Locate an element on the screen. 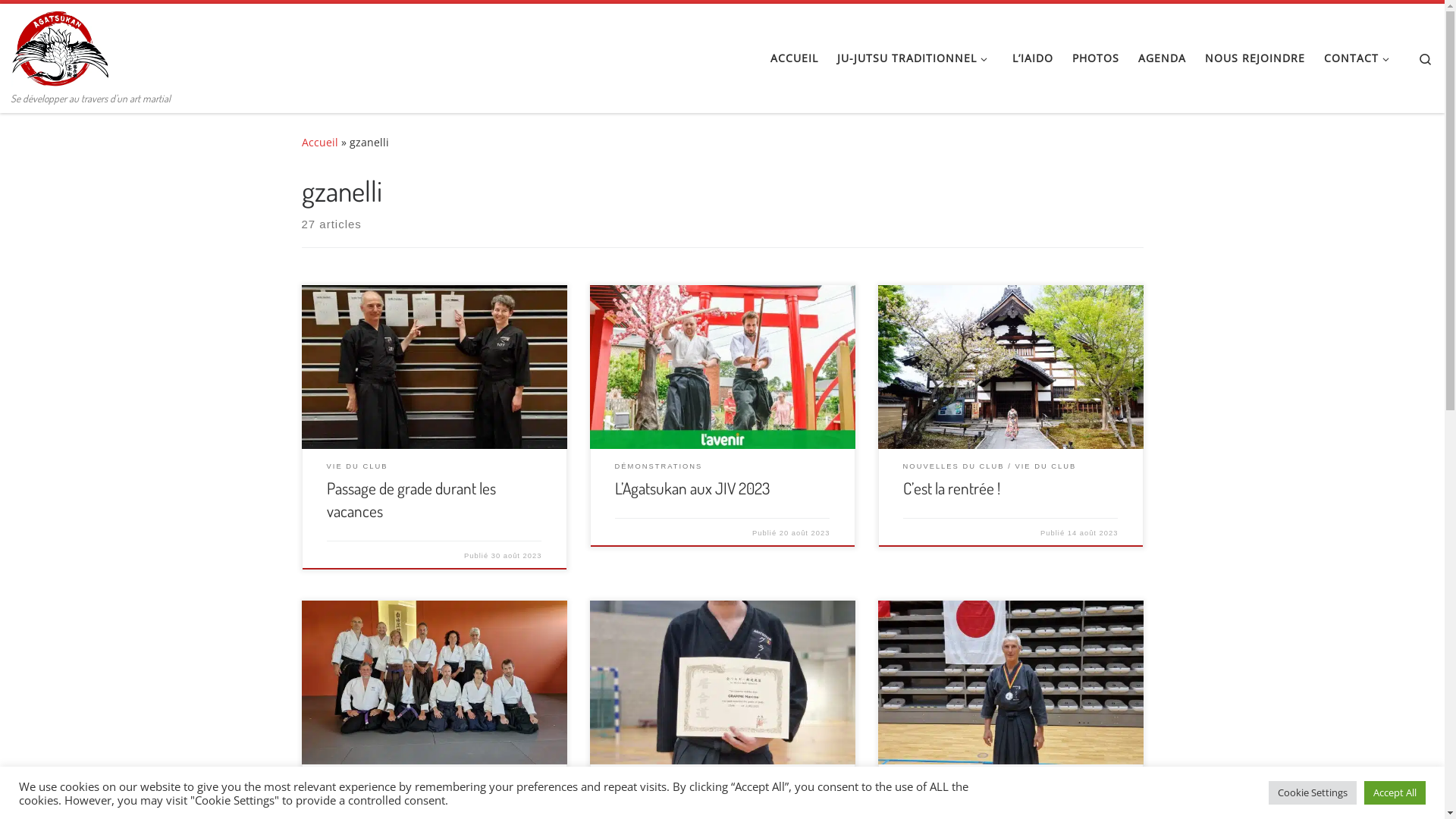 The width and height of the screenshot is (1456, 819). 'ACCUEIL' is located at coordinates (793, 58).